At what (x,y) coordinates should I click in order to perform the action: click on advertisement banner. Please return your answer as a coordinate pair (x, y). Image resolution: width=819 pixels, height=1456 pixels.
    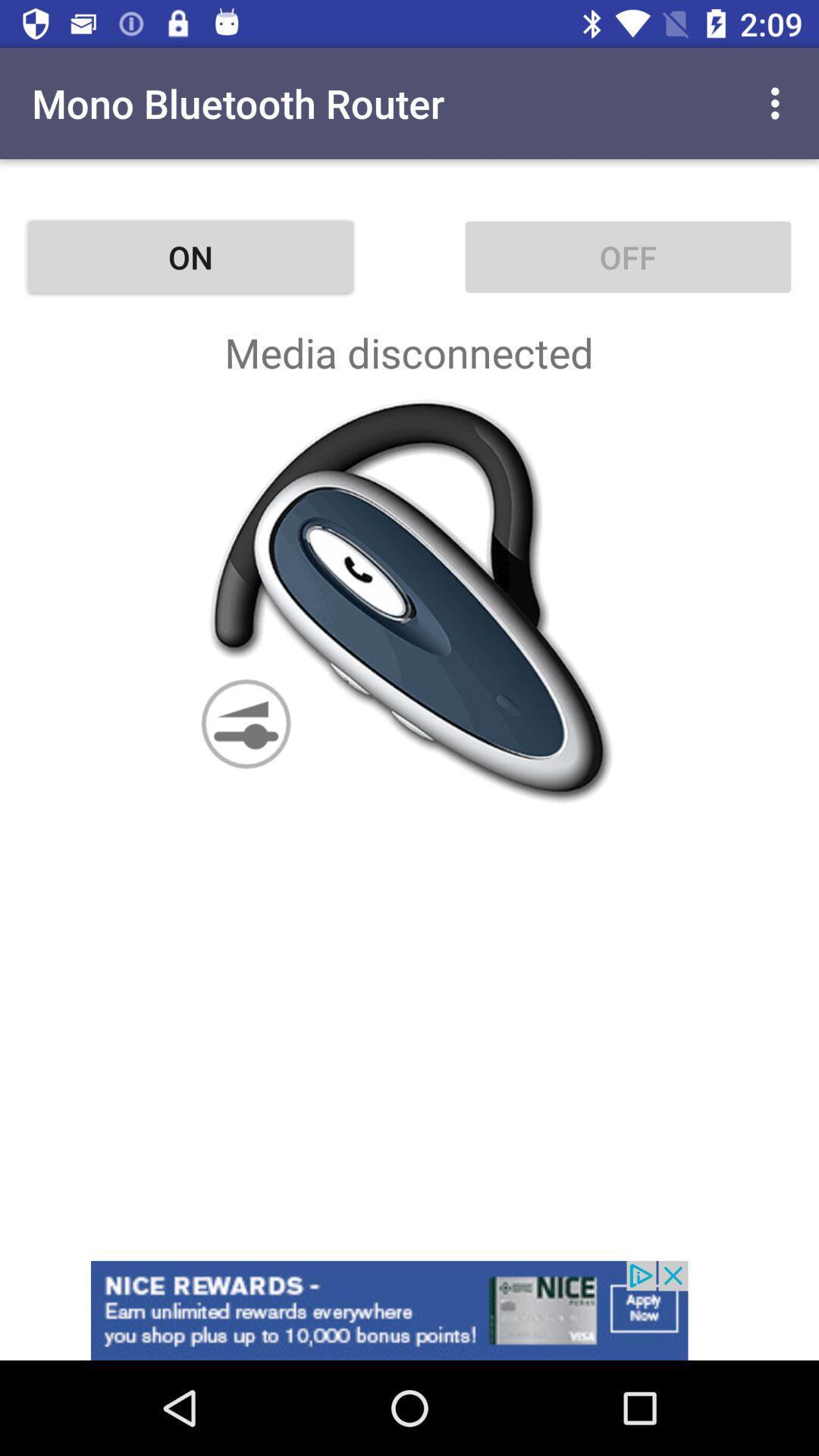
    Looking at the image, I should click on (409, 1310).